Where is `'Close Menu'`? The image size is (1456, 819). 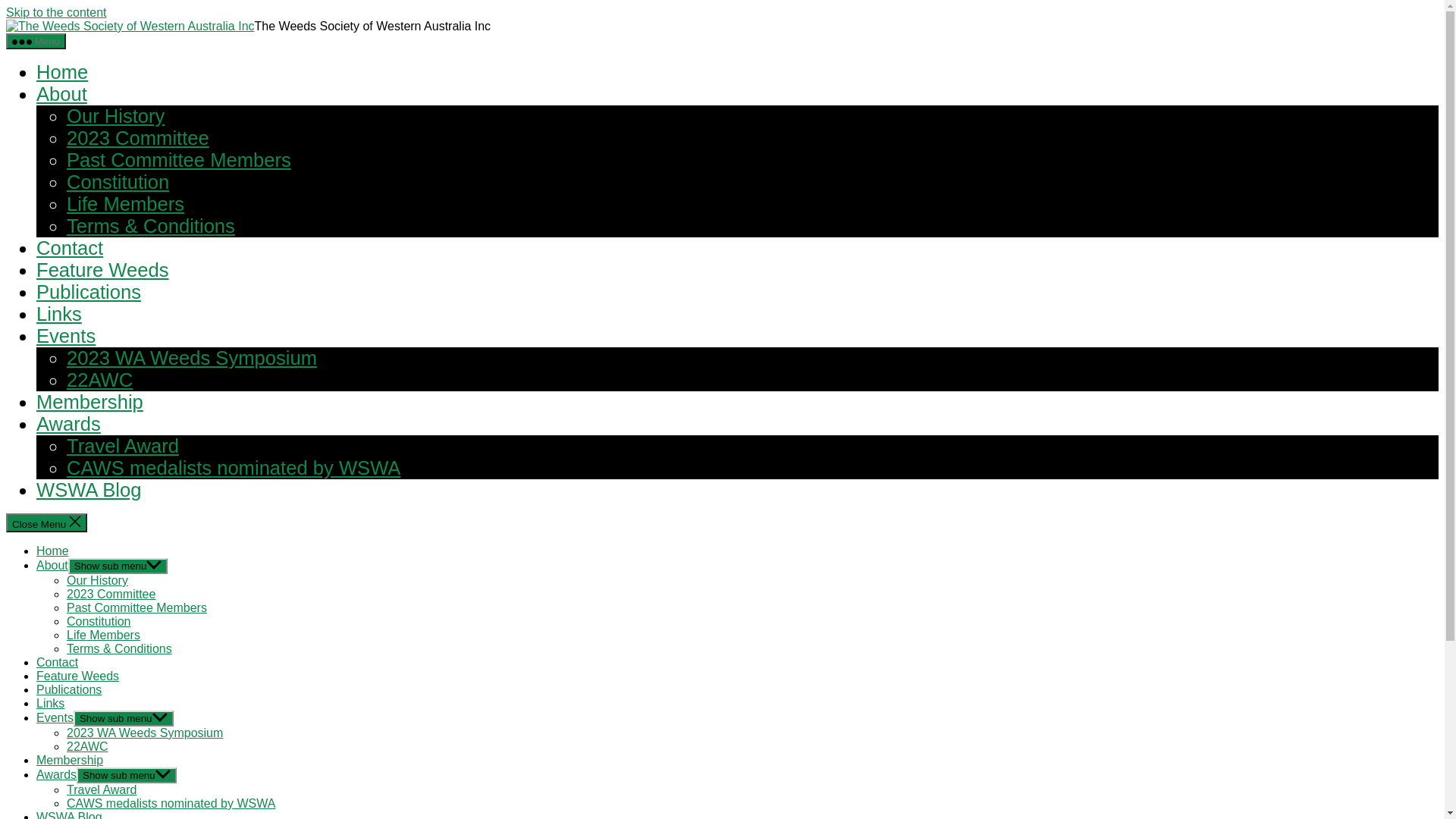
'Close Menu' is located at coordinates (46, 522).